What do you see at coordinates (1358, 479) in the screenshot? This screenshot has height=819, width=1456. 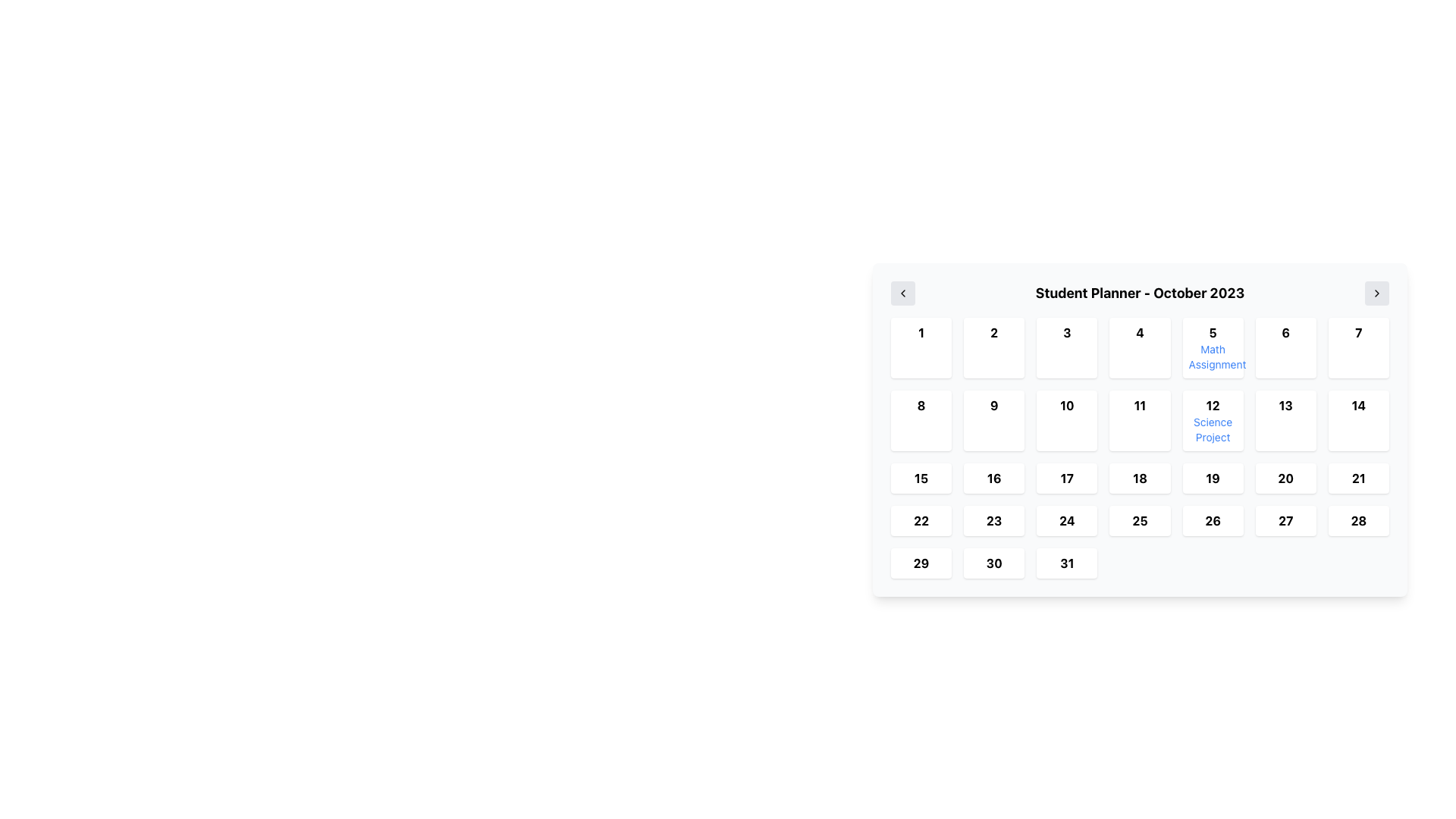 I see `the label representing the 21st day of the month in the calendar view of 'Student Planner - October 2023' for enhanced interaction` at bounding box center [1358, 479].